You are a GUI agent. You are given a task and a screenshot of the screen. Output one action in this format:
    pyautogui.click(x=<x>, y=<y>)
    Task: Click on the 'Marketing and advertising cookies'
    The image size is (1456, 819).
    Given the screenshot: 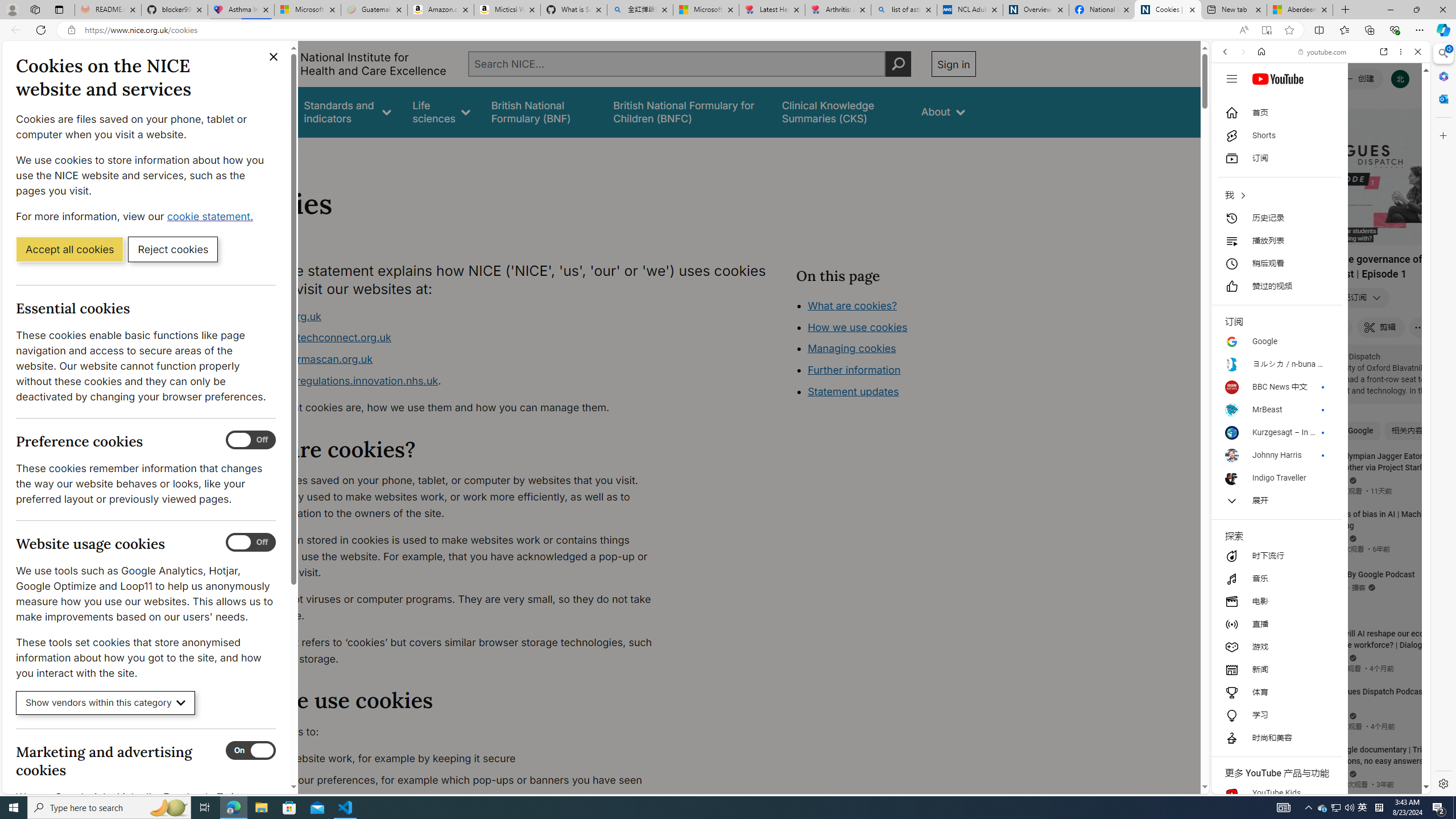 What is the action you would take?
    pyautogui.click(x=250, y=751)
    